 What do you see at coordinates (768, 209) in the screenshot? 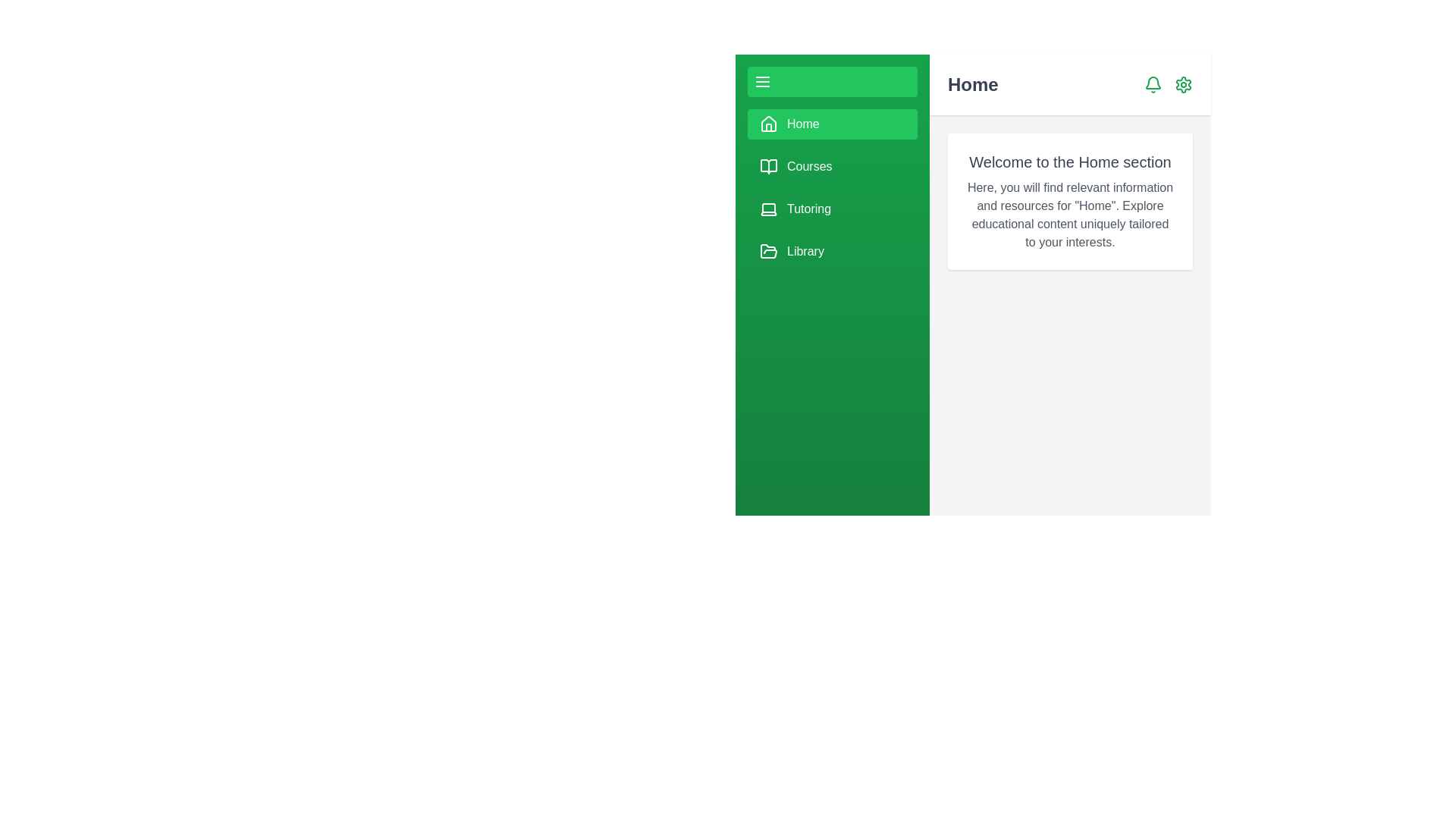
I see `the 'Tutoring' menu option icon located in the navigation menu, which is positioned below the 'Courses' item and above the 'Library'` at bounding box center [768, 209].